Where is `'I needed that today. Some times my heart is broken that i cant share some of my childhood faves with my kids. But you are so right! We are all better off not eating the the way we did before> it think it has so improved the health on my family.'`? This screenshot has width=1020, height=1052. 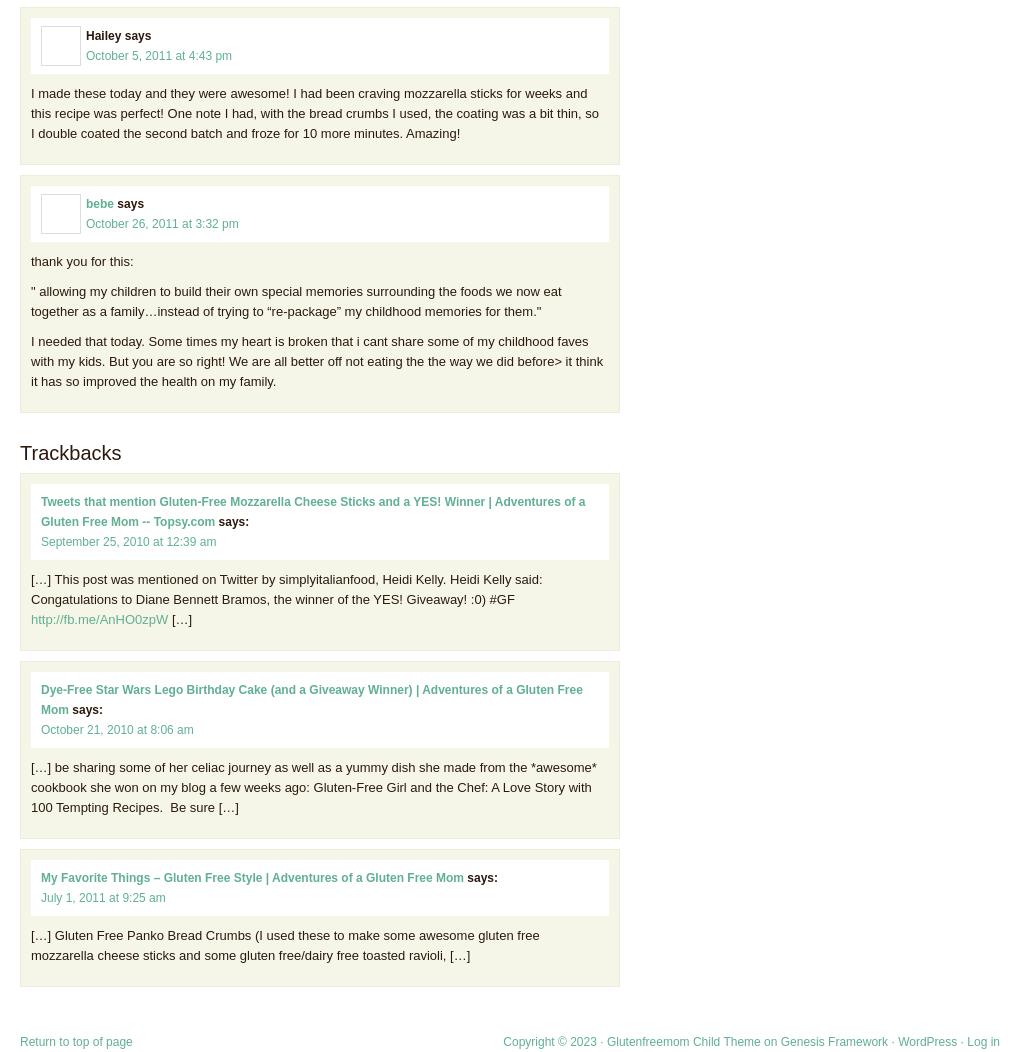 'I needed that today. Some times my heart is broken that i cant share some of my childhood faves with my kids. But you are so right! We are all better off not eating the the way we did before> it think it has so improved the health on my family.' is located at coordinates (317, 360).